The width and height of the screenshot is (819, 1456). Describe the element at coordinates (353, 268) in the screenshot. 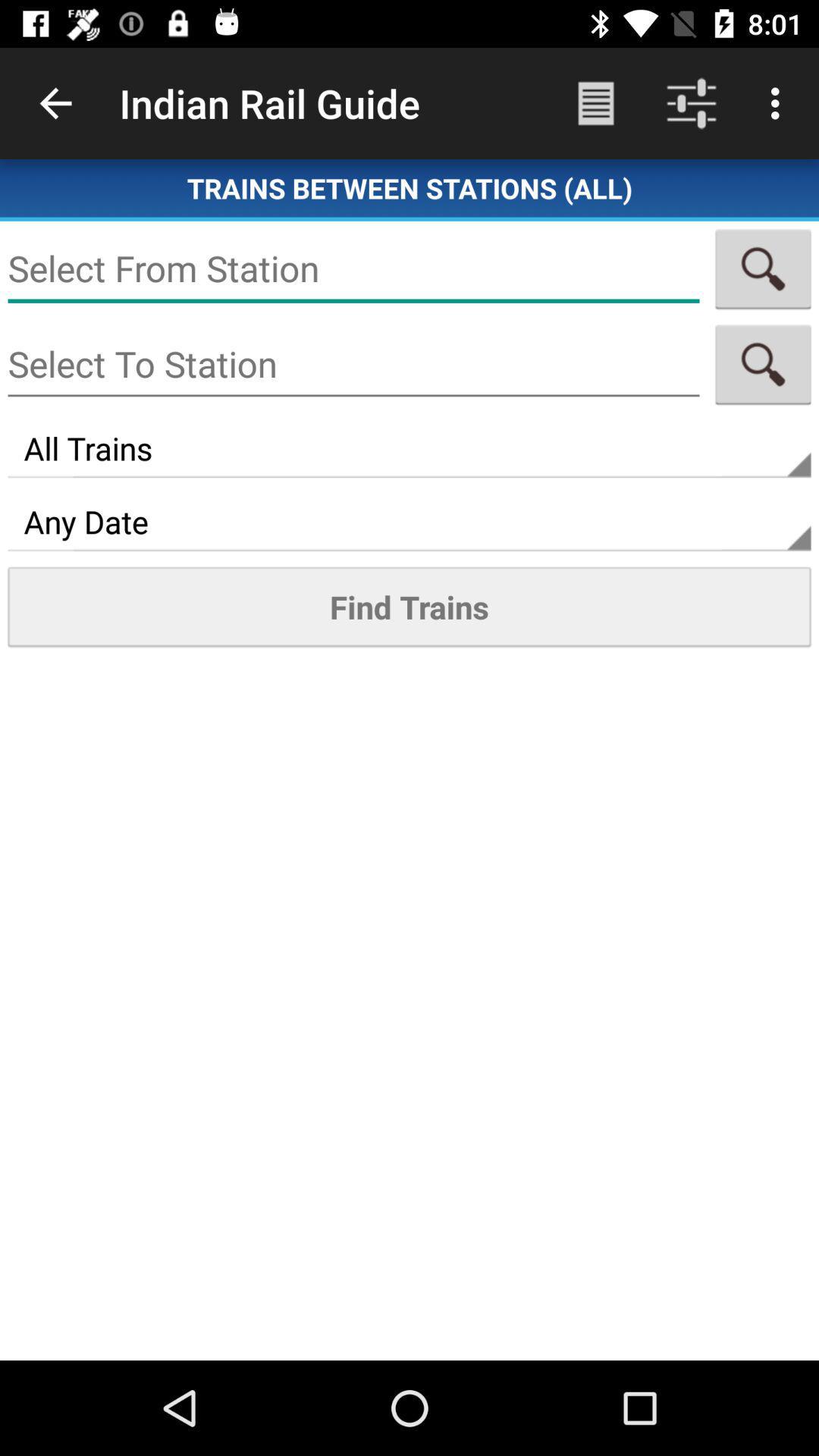

I see `search any one` at that location.